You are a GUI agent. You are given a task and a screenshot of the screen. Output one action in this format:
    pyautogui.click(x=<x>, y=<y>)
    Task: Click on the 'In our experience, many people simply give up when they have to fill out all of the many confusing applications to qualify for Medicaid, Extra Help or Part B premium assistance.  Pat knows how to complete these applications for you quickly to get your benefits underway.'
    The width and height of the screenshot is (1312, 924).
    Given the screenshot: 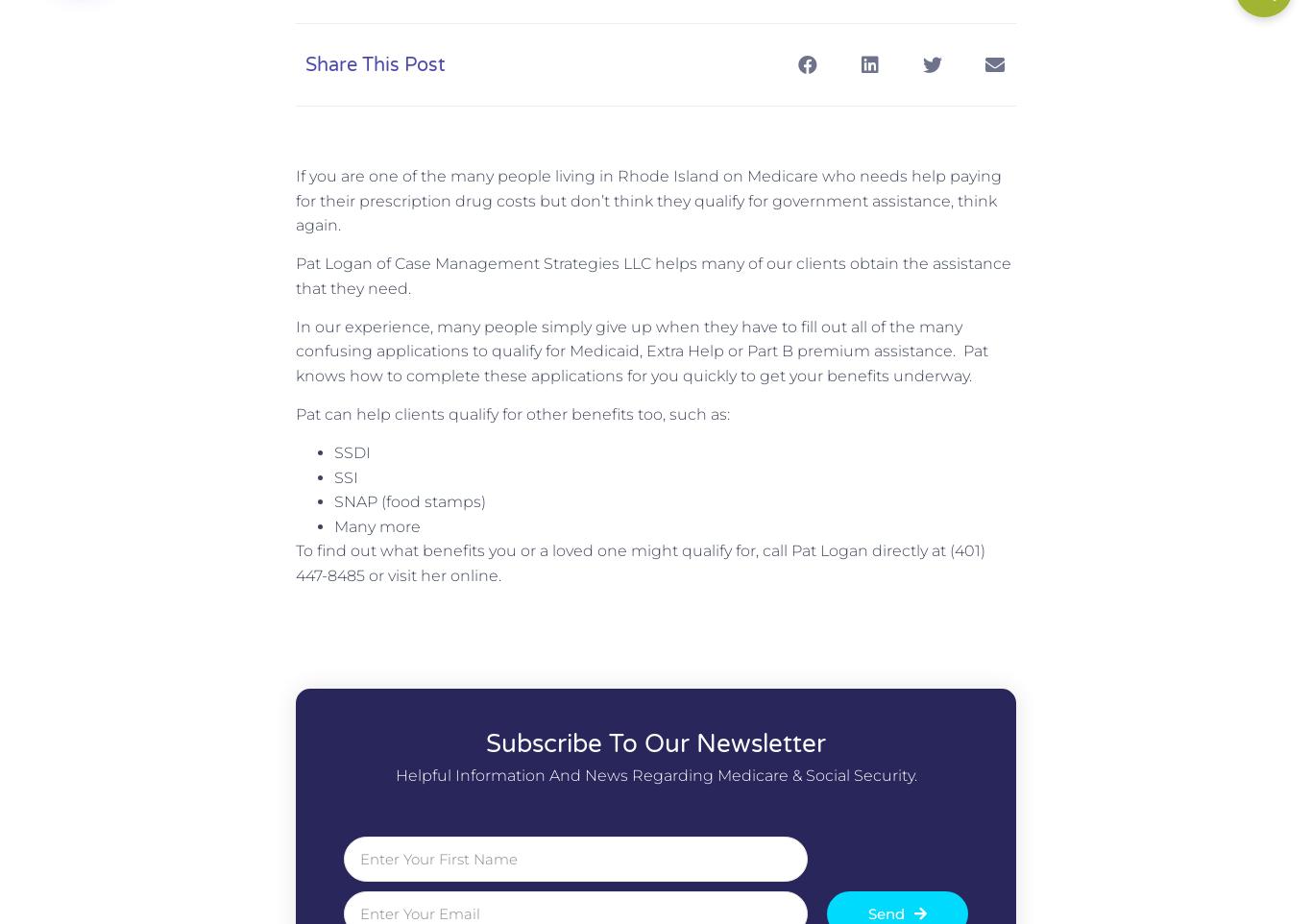 What is the action you would take?
    pyautogui.click(x=641, y=350)
    